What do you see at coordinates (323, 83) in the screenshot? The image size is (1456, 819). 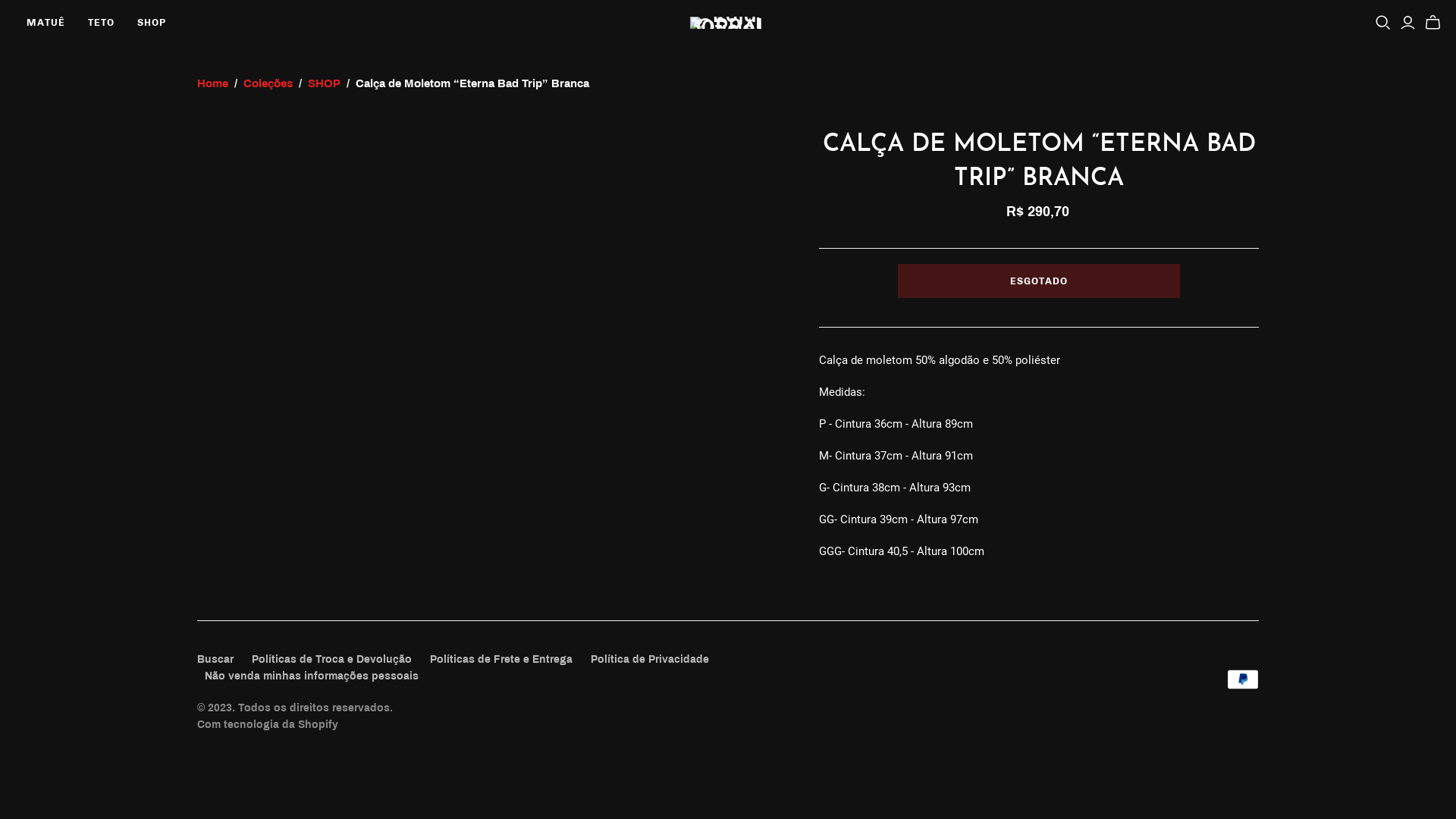 I see `'SHOP'` at bounding box center [323, 83].